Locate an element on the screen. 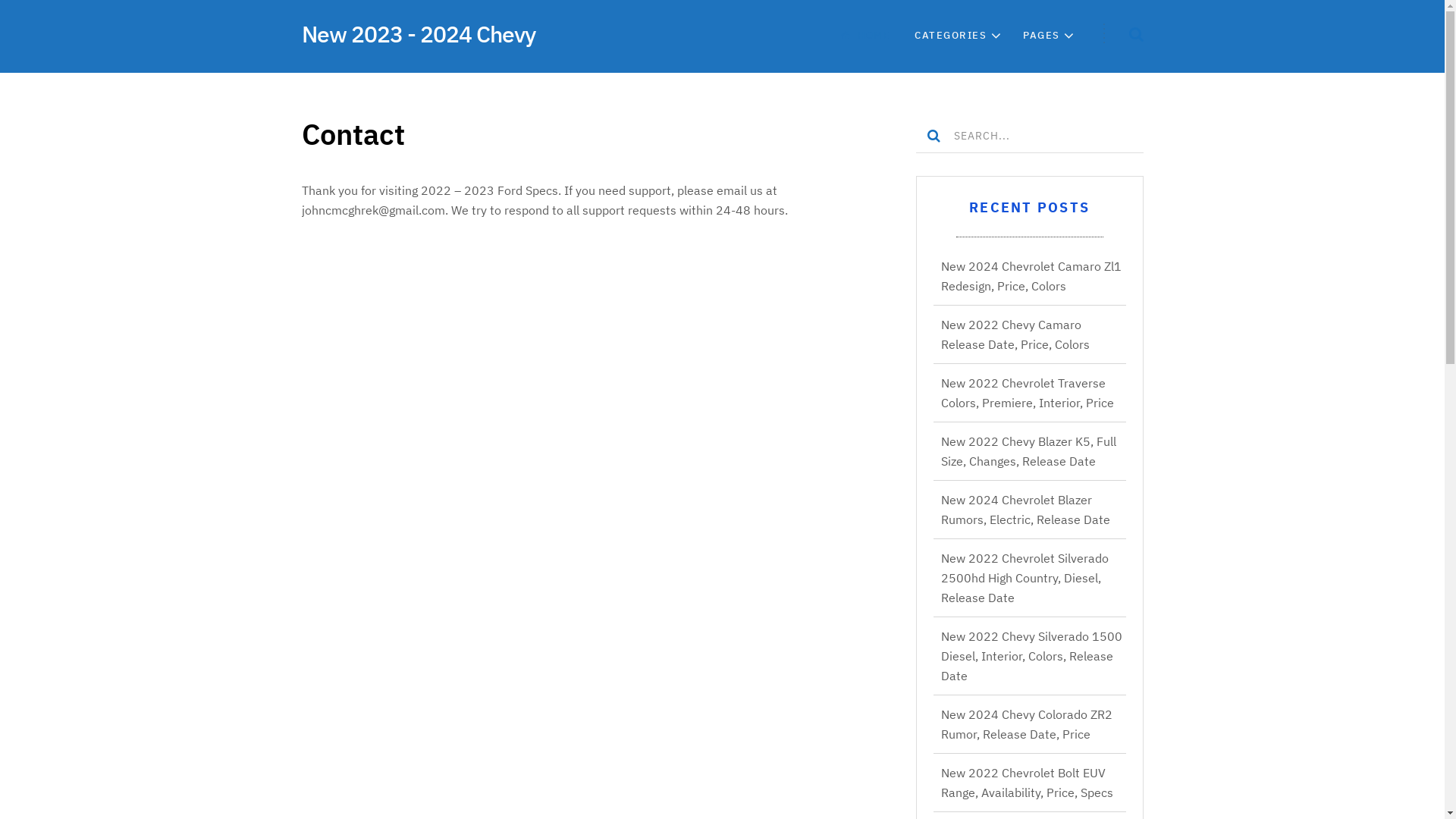  'New 2022 Chevy Camaro Release Date, Price, Colors' is located at coordinates (1015, 333).